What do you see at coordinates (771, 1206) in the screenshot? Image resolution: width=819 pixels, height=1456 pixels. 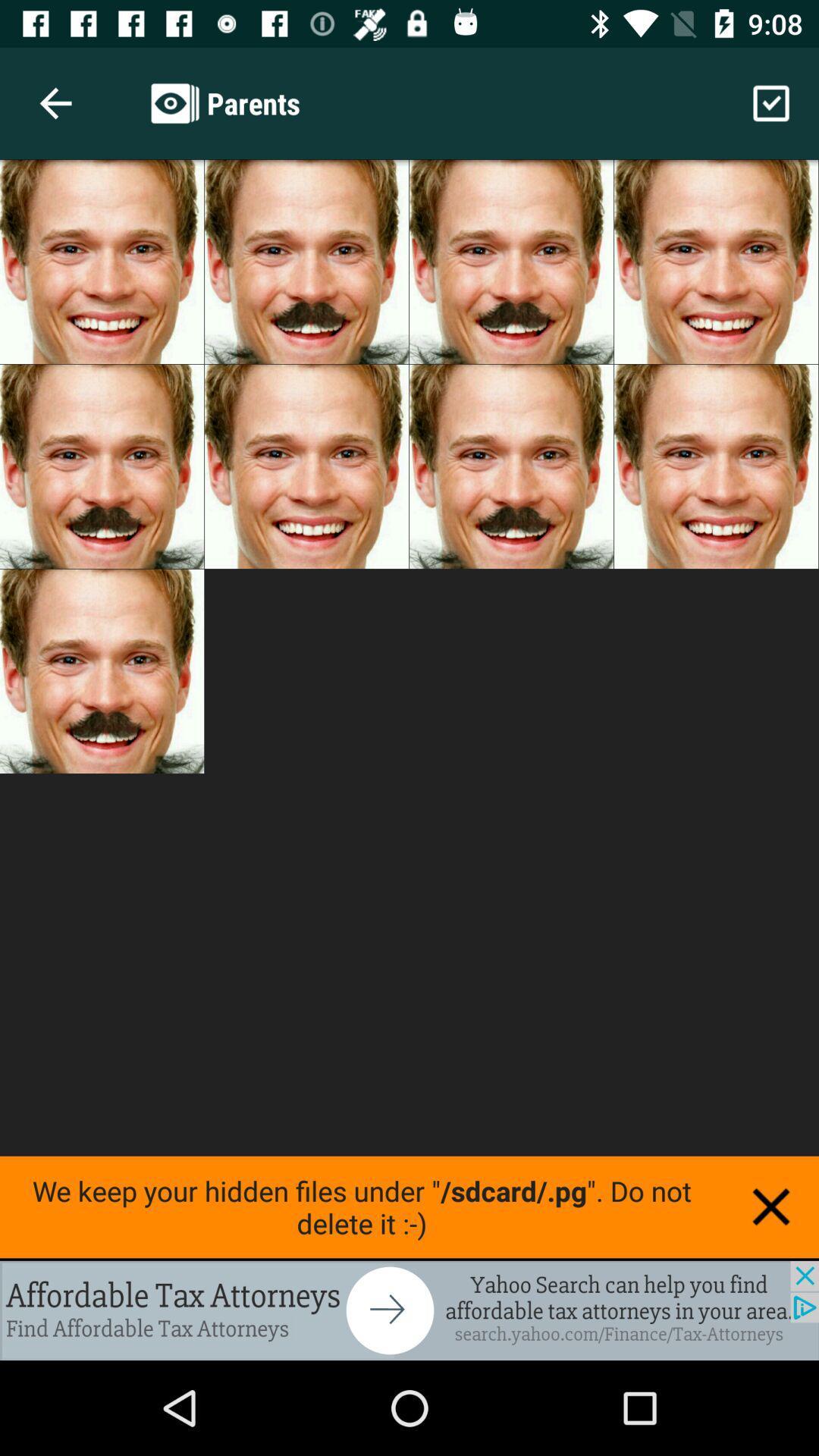 I see `exit lower pop up` at bounding box center [771, 1206].